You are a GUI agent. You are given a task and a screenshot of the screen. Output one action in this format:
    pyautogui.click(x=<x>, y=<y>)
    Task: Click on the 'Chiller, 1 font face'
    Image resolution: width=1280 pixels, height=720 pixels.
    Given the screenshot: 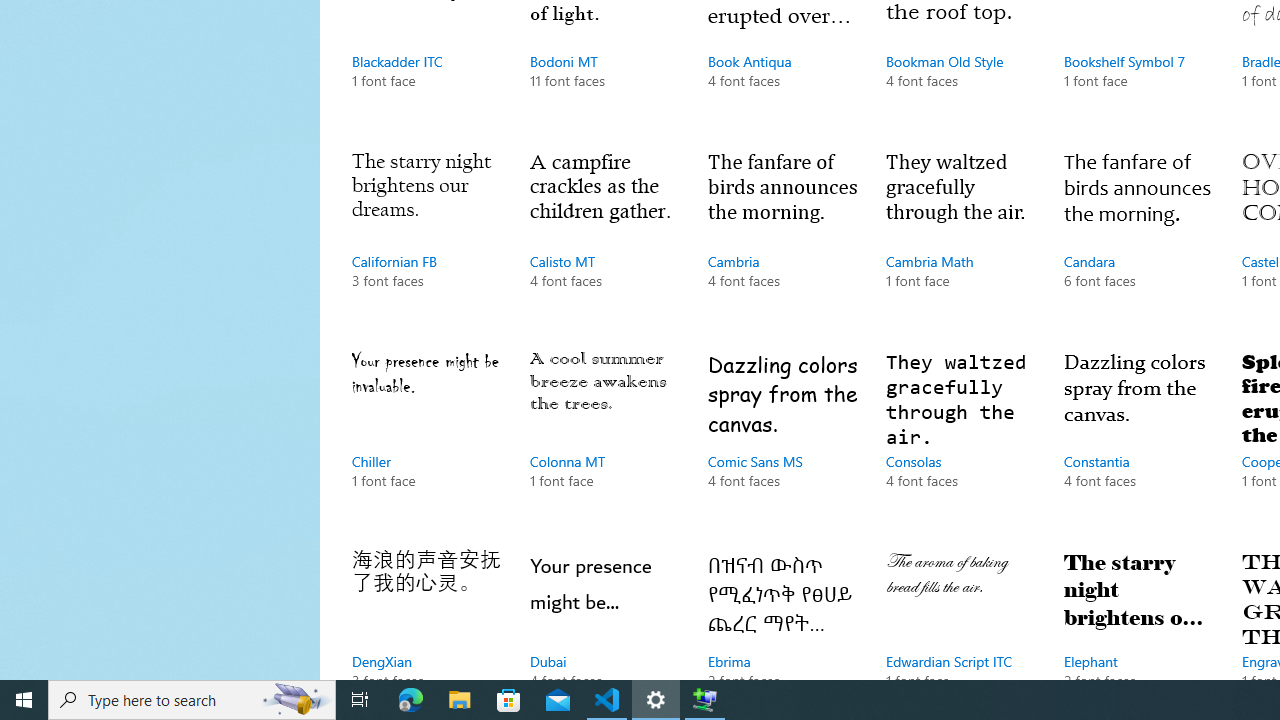 What is the action you would take?
    pyautogui.click(x=425, y=438)
    